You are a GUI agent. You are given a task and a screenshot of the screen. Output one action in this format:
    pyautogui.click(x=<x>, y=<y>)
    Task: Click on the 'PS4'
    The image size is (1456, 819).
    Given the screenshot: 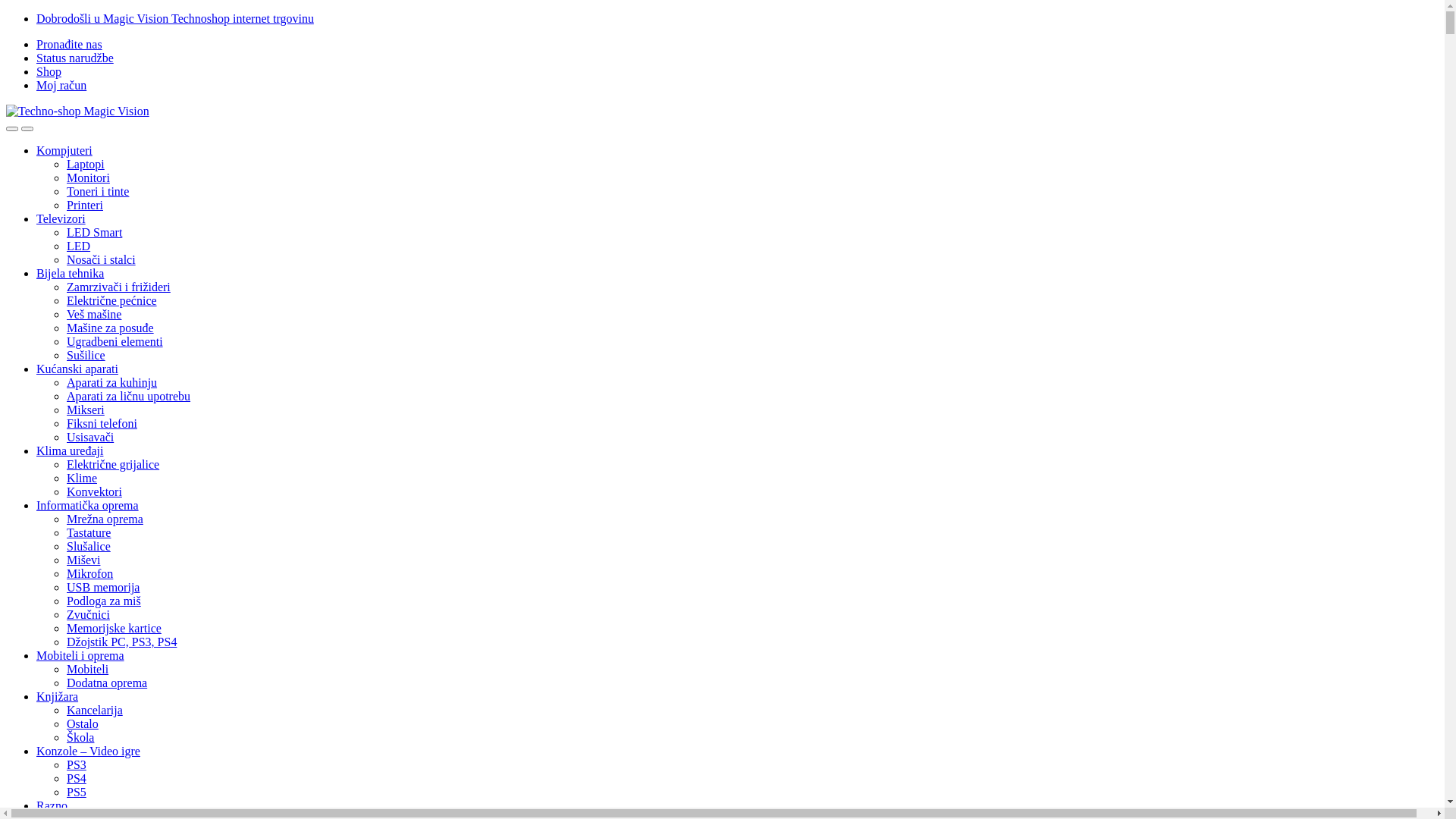 What is the action you would take?
    pyautogui.click(x=75, y=778)
    